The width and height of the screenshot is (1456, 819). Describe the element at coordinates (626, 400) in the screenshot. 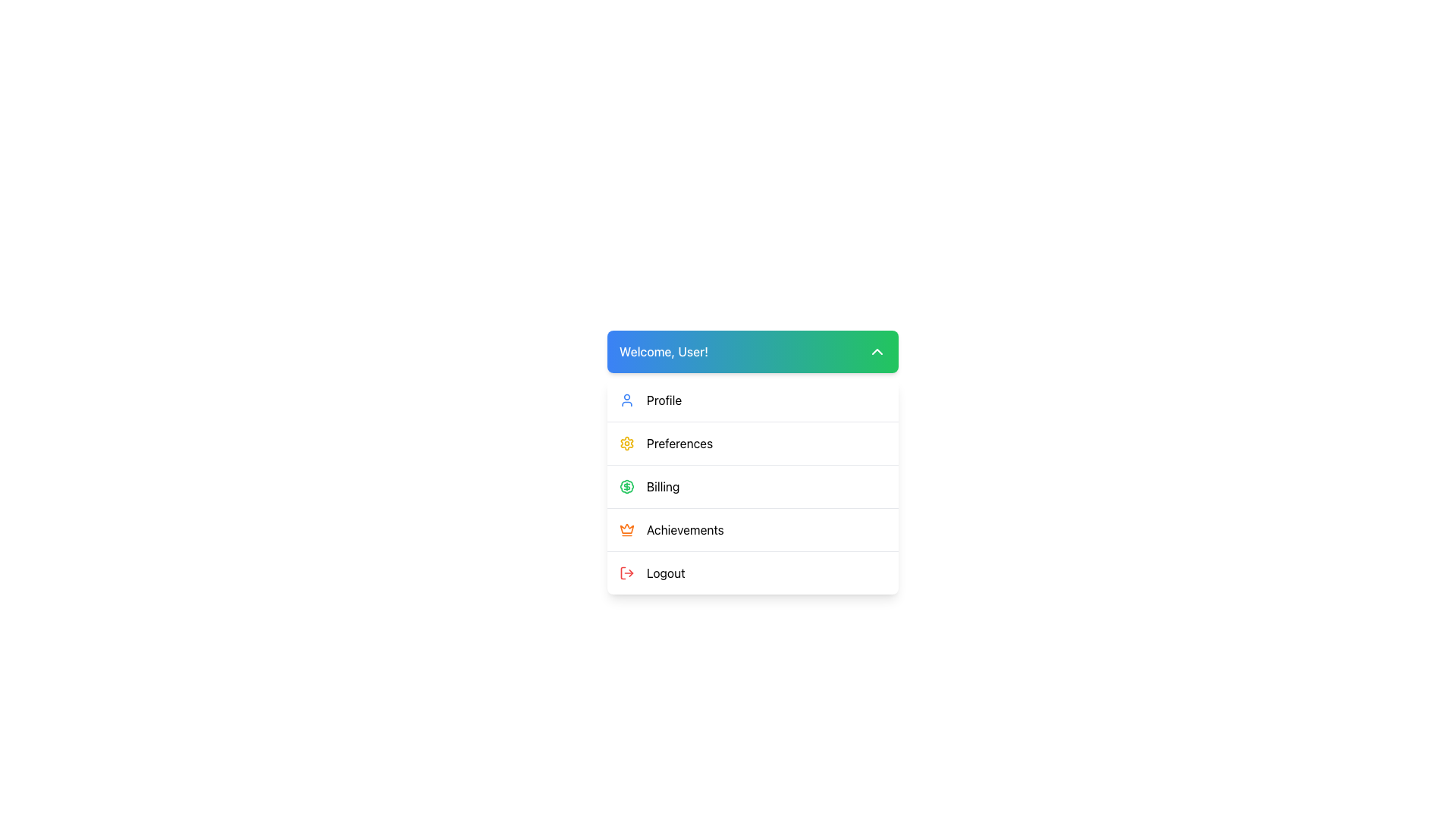

I see `the 'Profile' icon, which visually represents user-related settings or information, located to the left of the text 'Profile' in the dropdown menu under 'Welcome, User!'` at that location.